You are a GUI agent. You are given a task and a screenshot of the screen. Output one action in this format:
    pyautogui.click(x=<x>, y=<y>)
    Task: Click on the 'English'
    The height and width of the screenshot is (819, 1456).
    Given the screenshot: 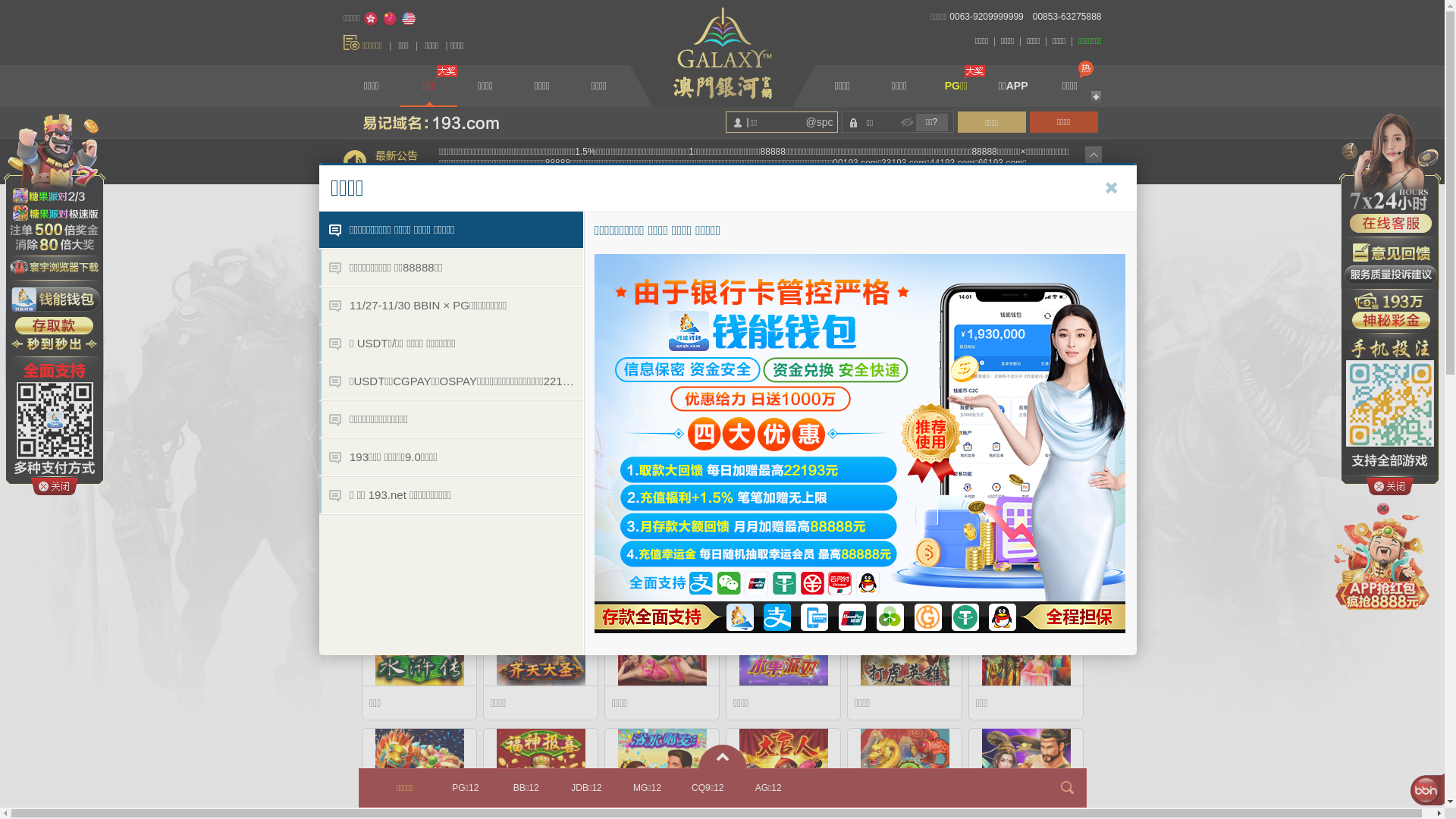 What is the action you would take?
    pyautogui.click(x=400, y=18)
    